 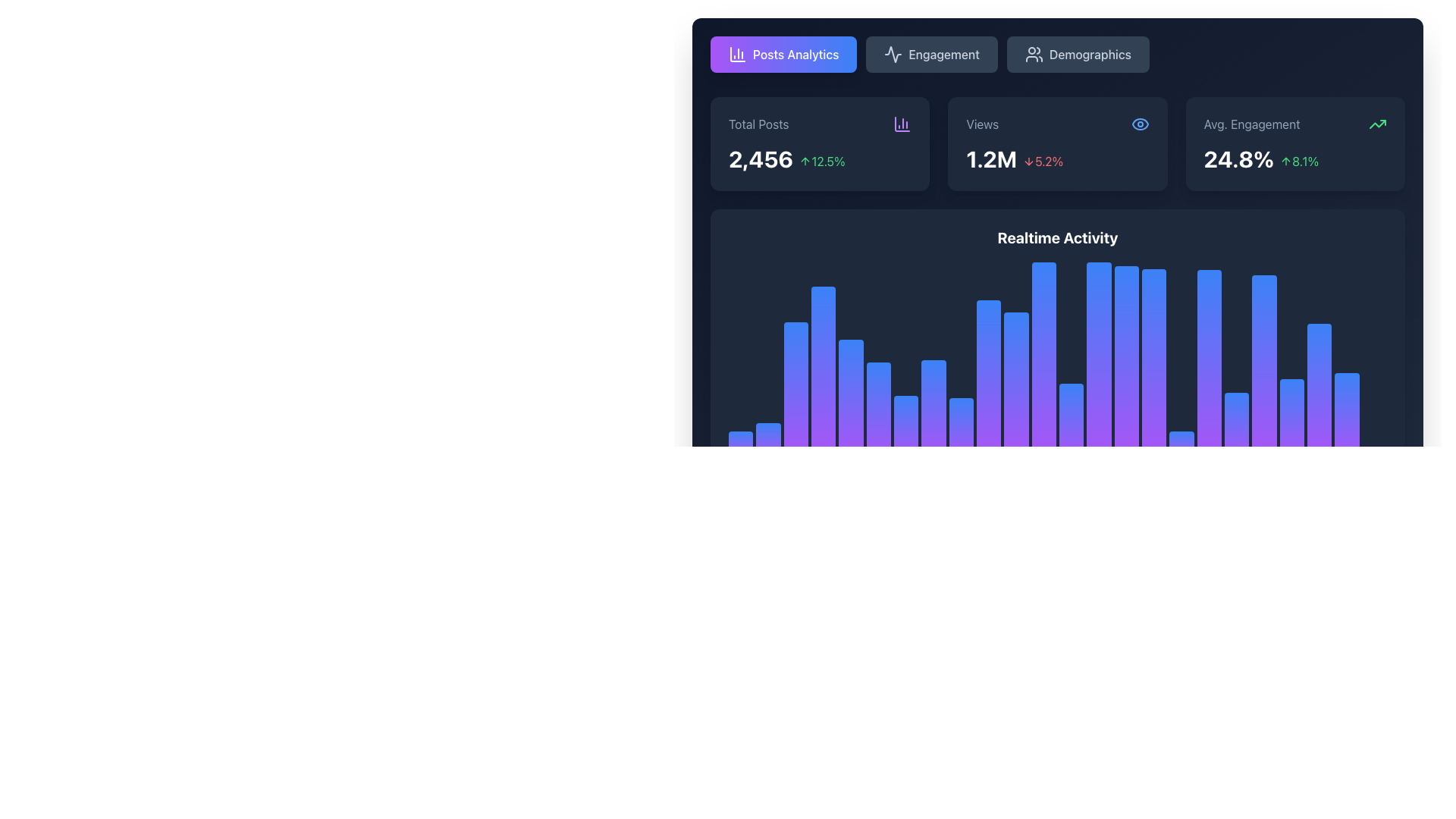 What do you see at coordinates (991, 158) in the screenshot?
I see `the numerical value displaying total views in millions, located centrally within the 'Views' card on the dashboard interface` at bounding box center [991, 158].